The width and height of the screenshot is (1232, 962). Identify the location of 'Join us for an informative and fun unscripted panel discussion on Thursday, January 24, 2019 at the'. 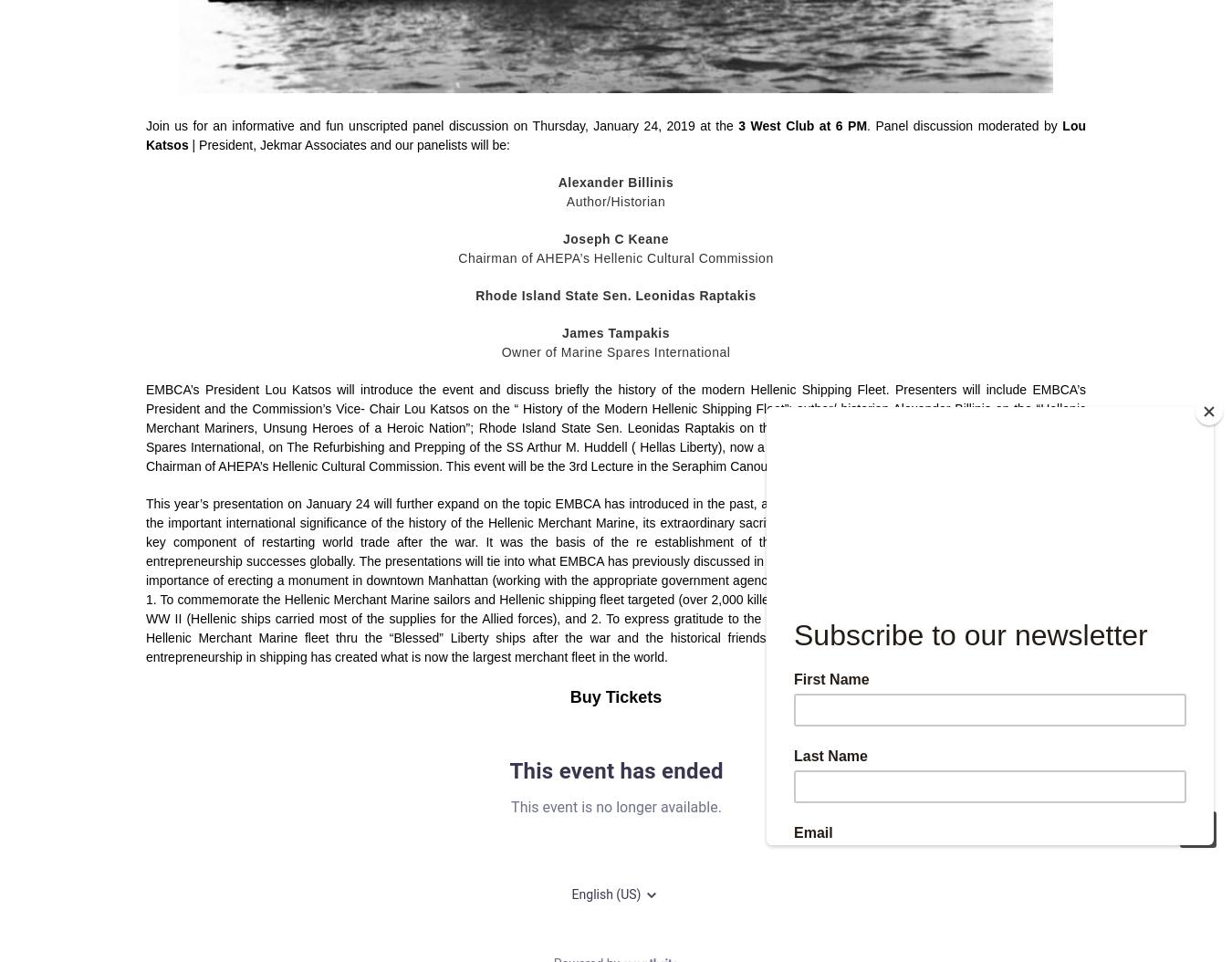
(441, 125).